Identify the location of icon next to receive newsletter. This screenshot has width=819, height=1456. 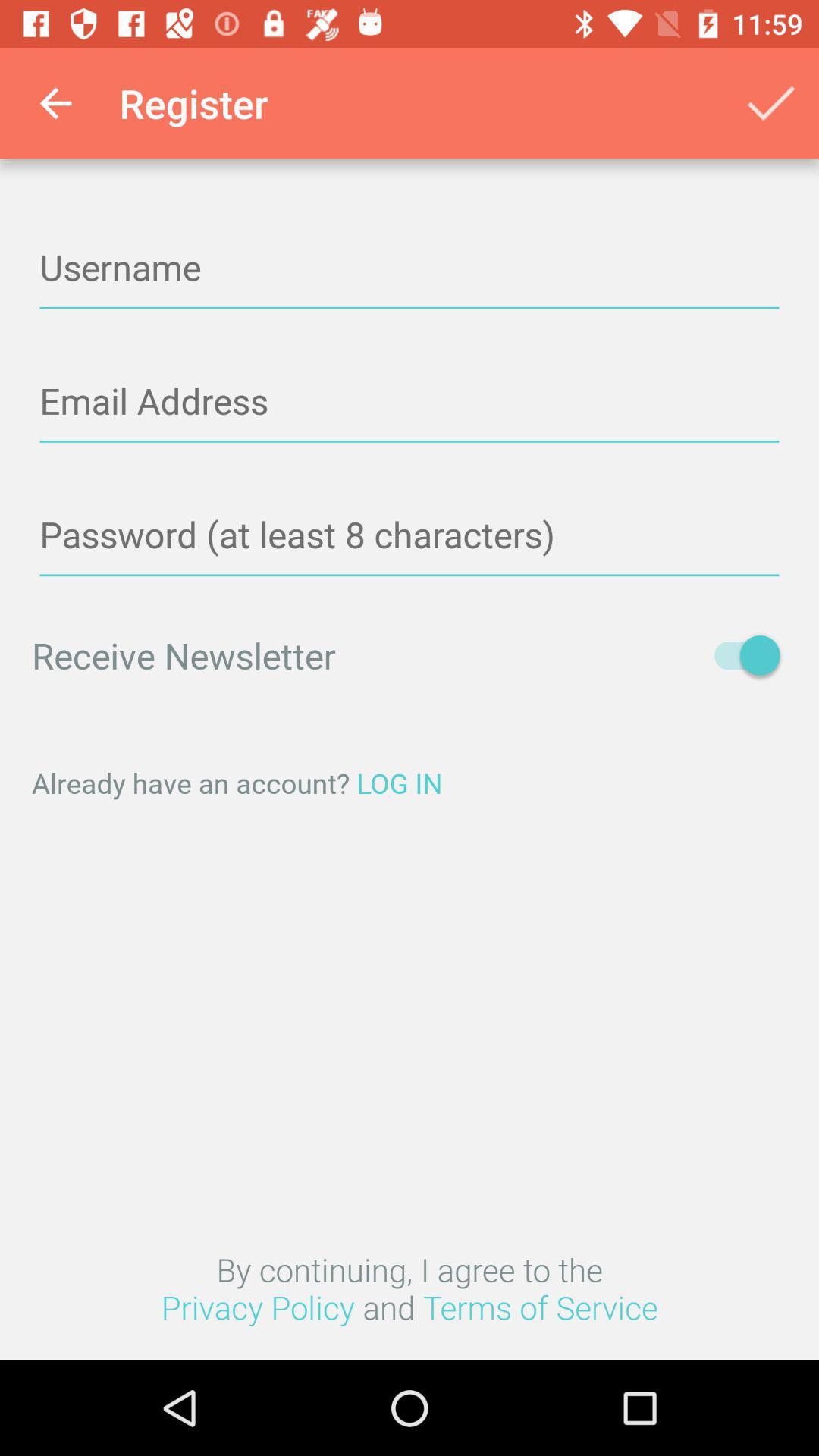
(739, 655).